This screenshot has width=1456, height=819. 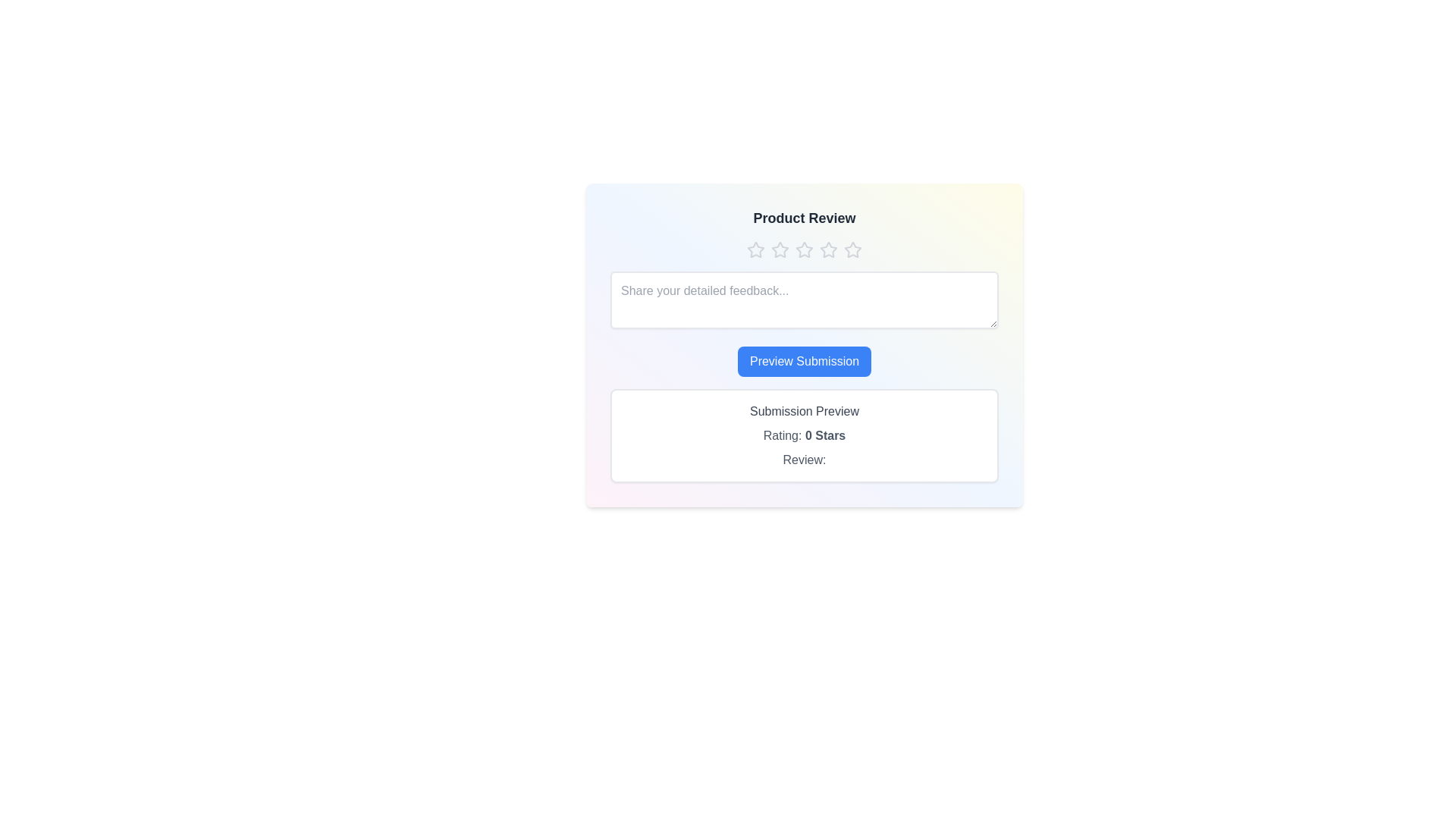 I want to click on the star corresponding to the desired rating of 5 stars, so click(x=852, y=249).